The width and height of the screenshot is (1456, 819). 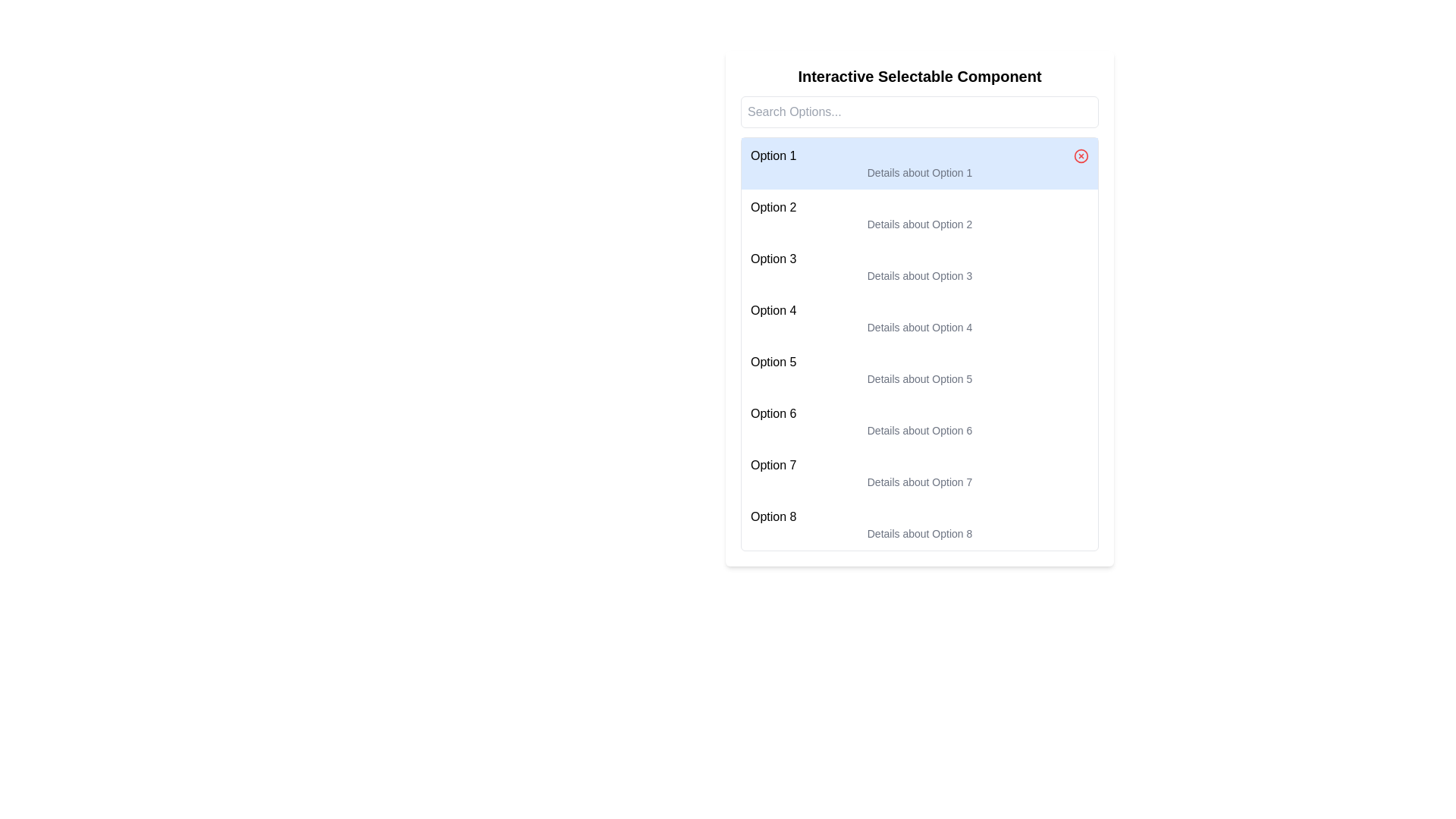 I want to click on the selectable list option displaying 'Option 7', so click(x=919, y=472).